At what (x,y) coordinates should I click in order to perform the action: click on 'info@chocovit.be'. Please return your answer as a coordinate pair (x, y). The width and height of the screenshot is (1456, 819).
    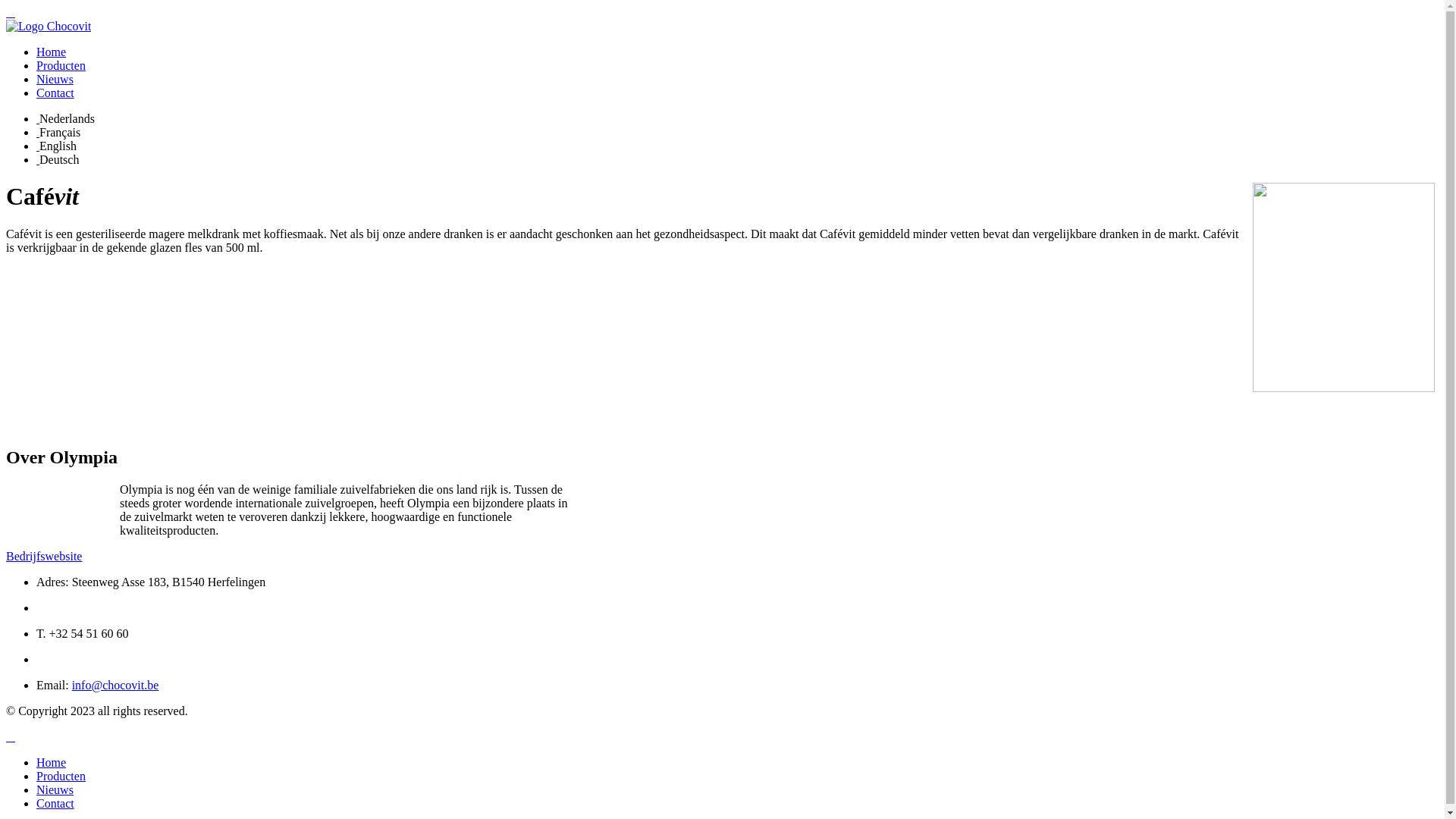
    Looking at the image, I should click on (71, 685).